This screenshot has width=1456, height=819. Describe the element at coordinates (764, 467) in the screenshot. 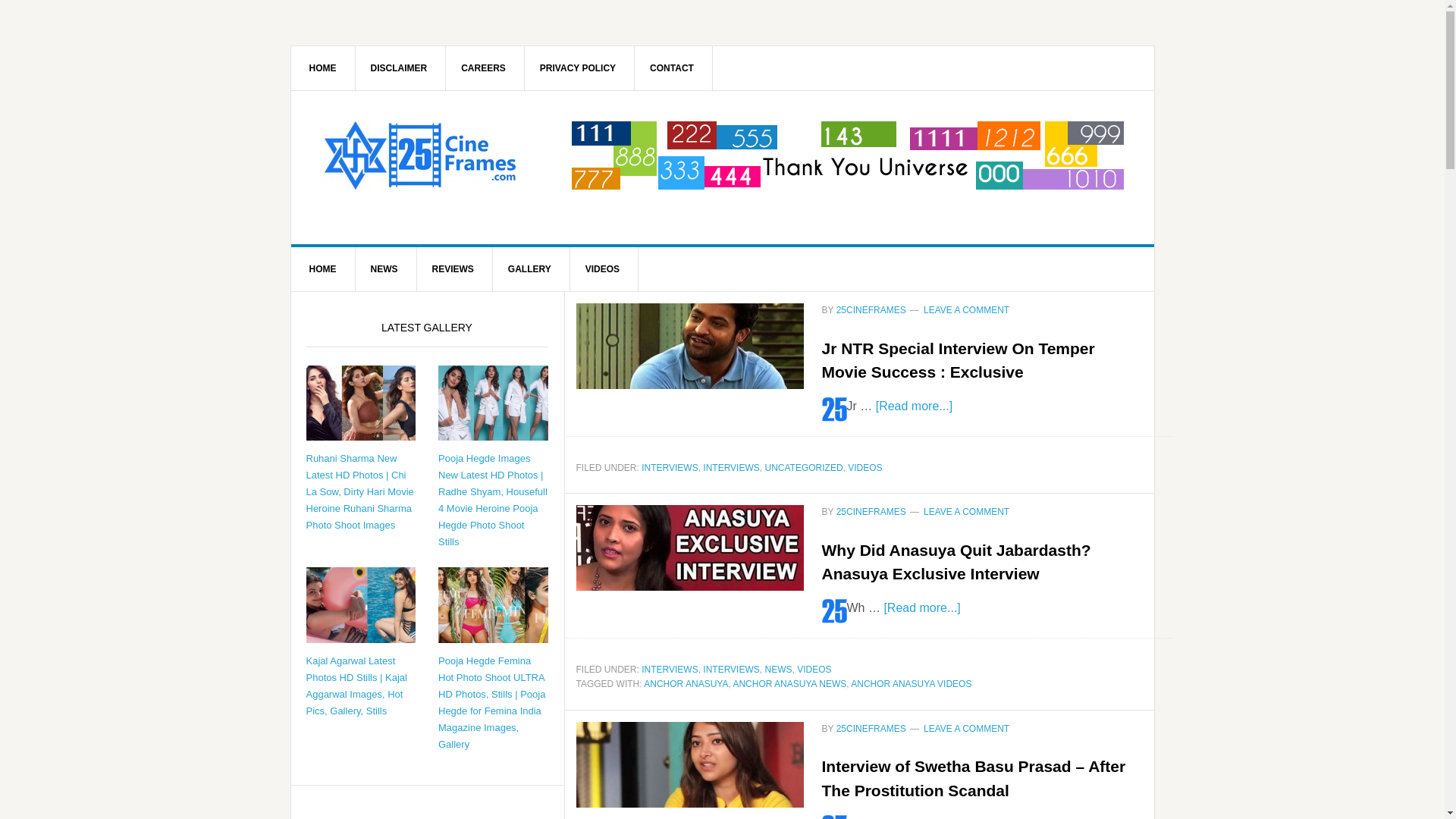

I see `'UNCATEGORIZED'` at that location.